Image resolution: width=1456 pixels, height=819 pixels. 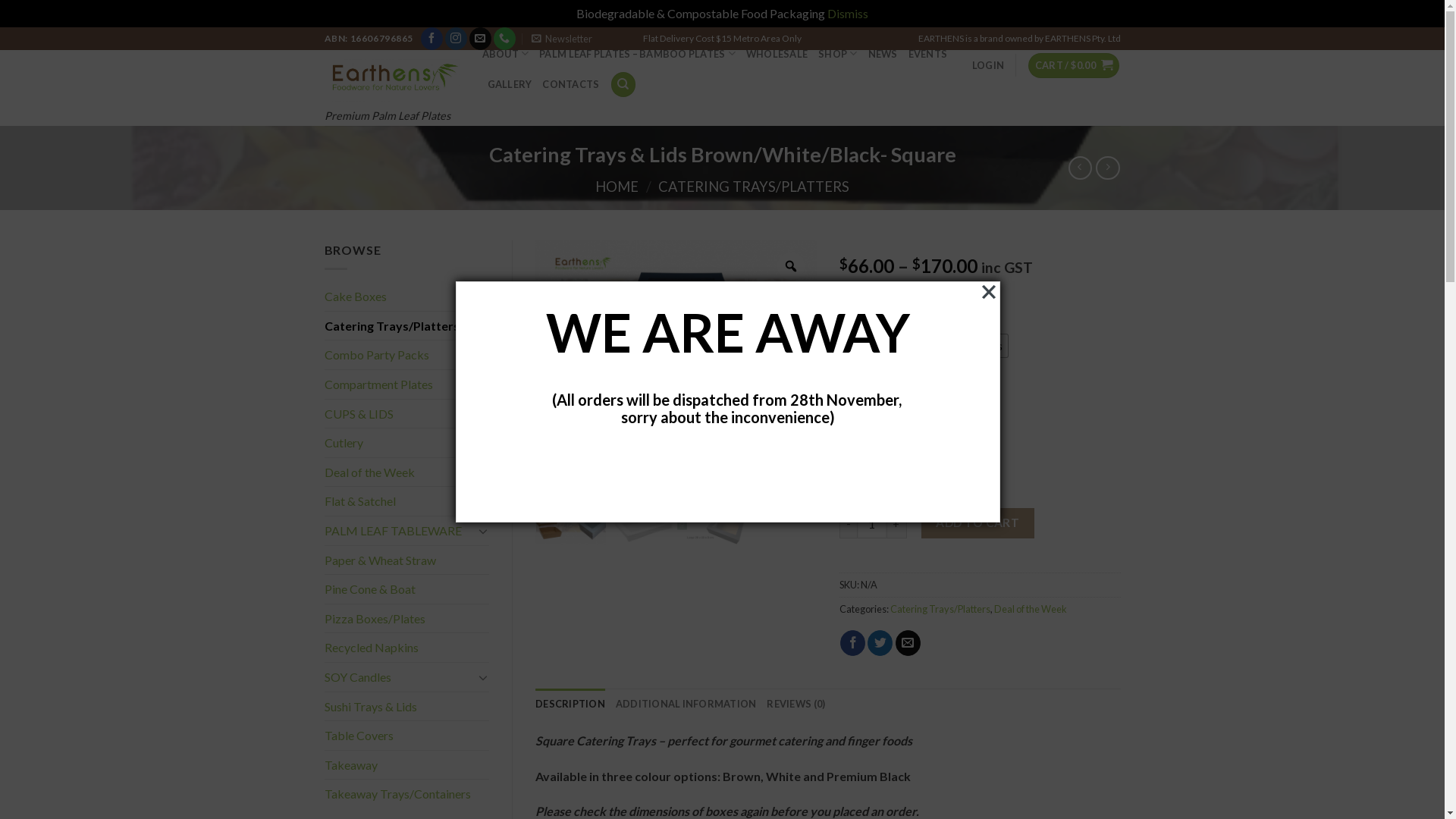 I want to click on 'Email to a Friend', so click(x=908, y=643).